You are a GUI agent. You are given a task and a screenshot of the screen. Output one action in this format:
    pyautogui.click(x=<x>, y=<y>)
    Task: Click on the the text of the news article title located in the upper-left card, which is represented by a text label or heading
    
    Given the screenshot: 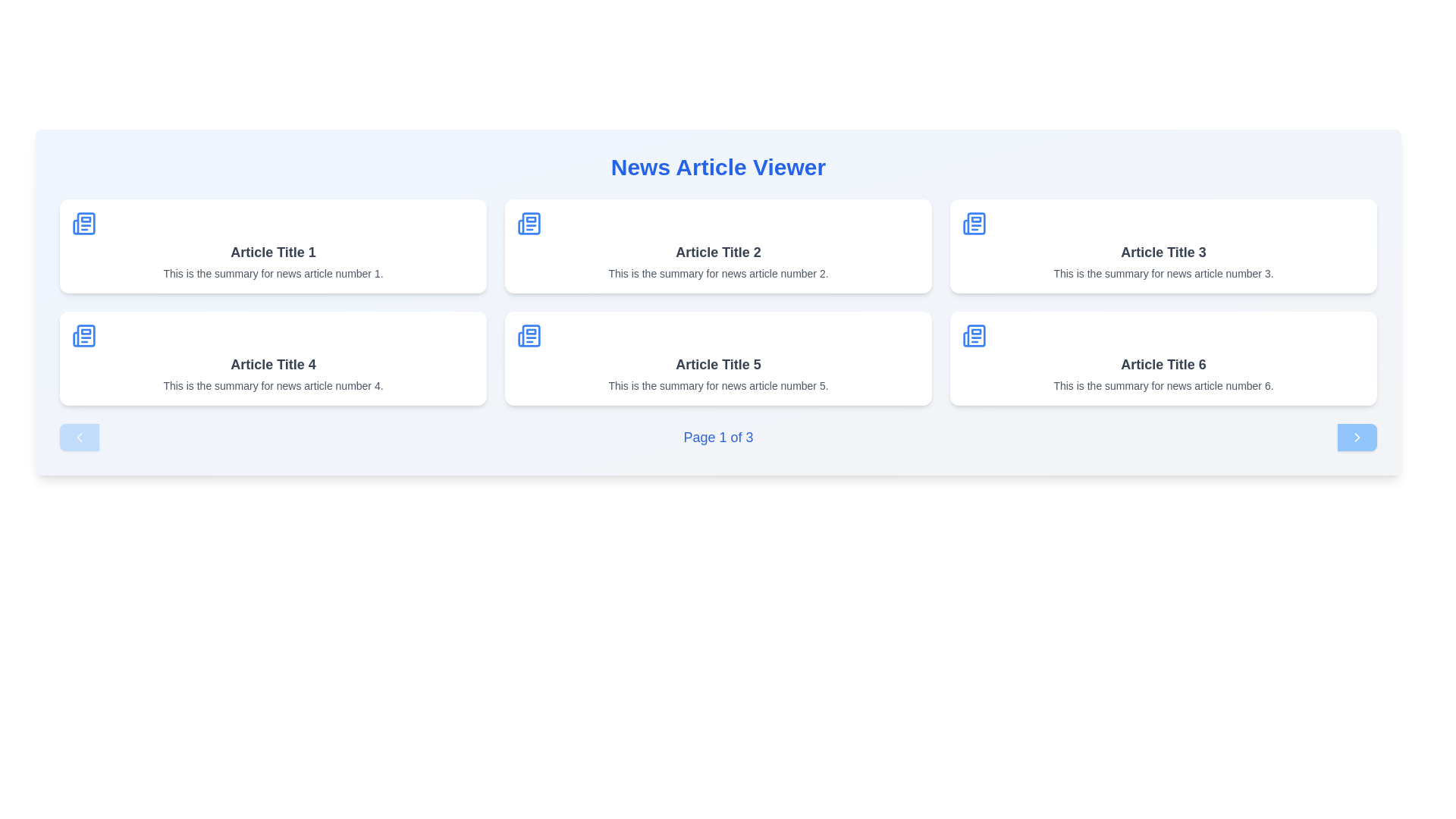 What is the action you would take?
    pyautogui.click(x=273, y=251)
    